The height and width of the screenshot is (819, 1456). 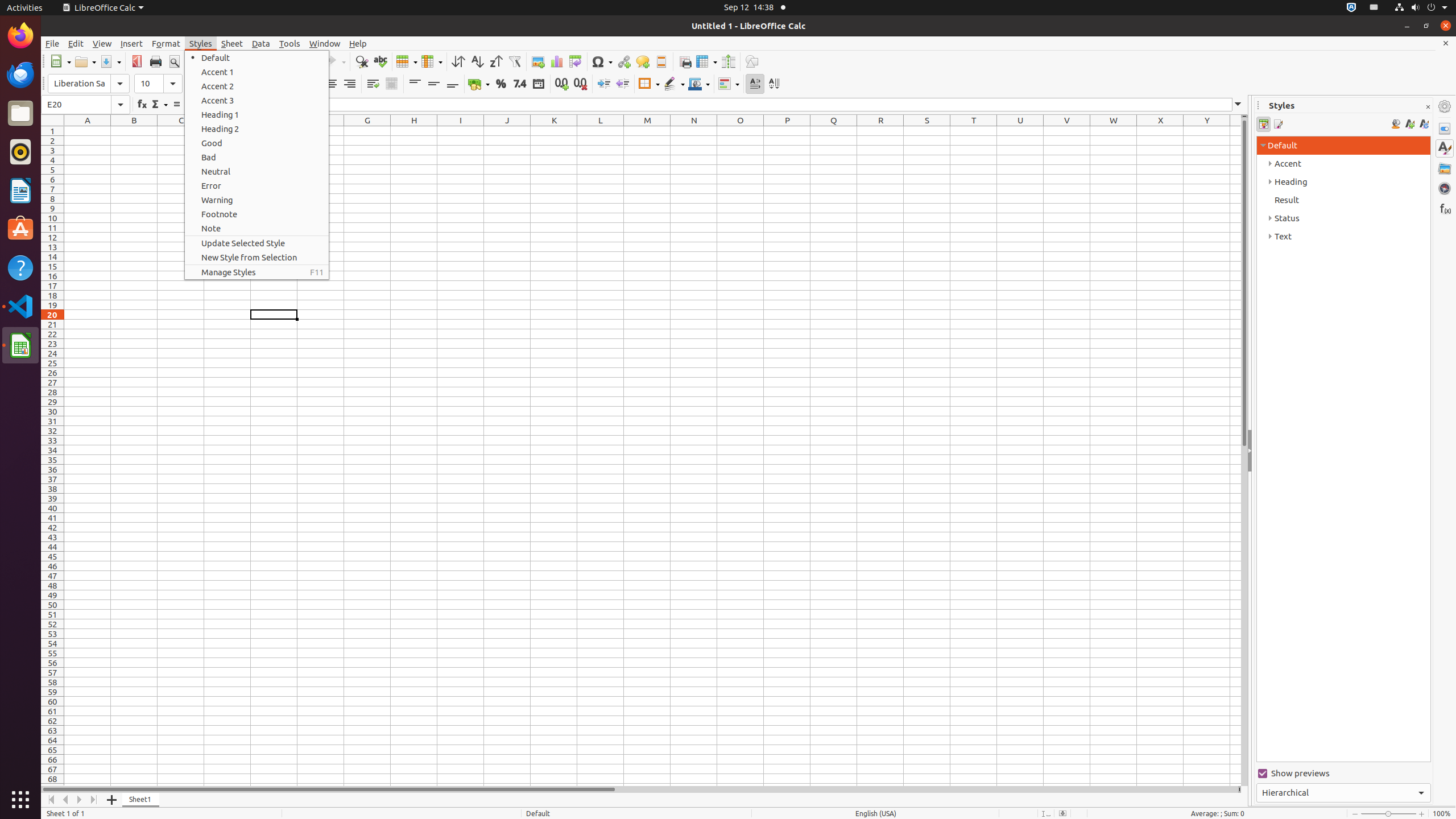 I want to click on 'Chart', so click(x=556, y=61).